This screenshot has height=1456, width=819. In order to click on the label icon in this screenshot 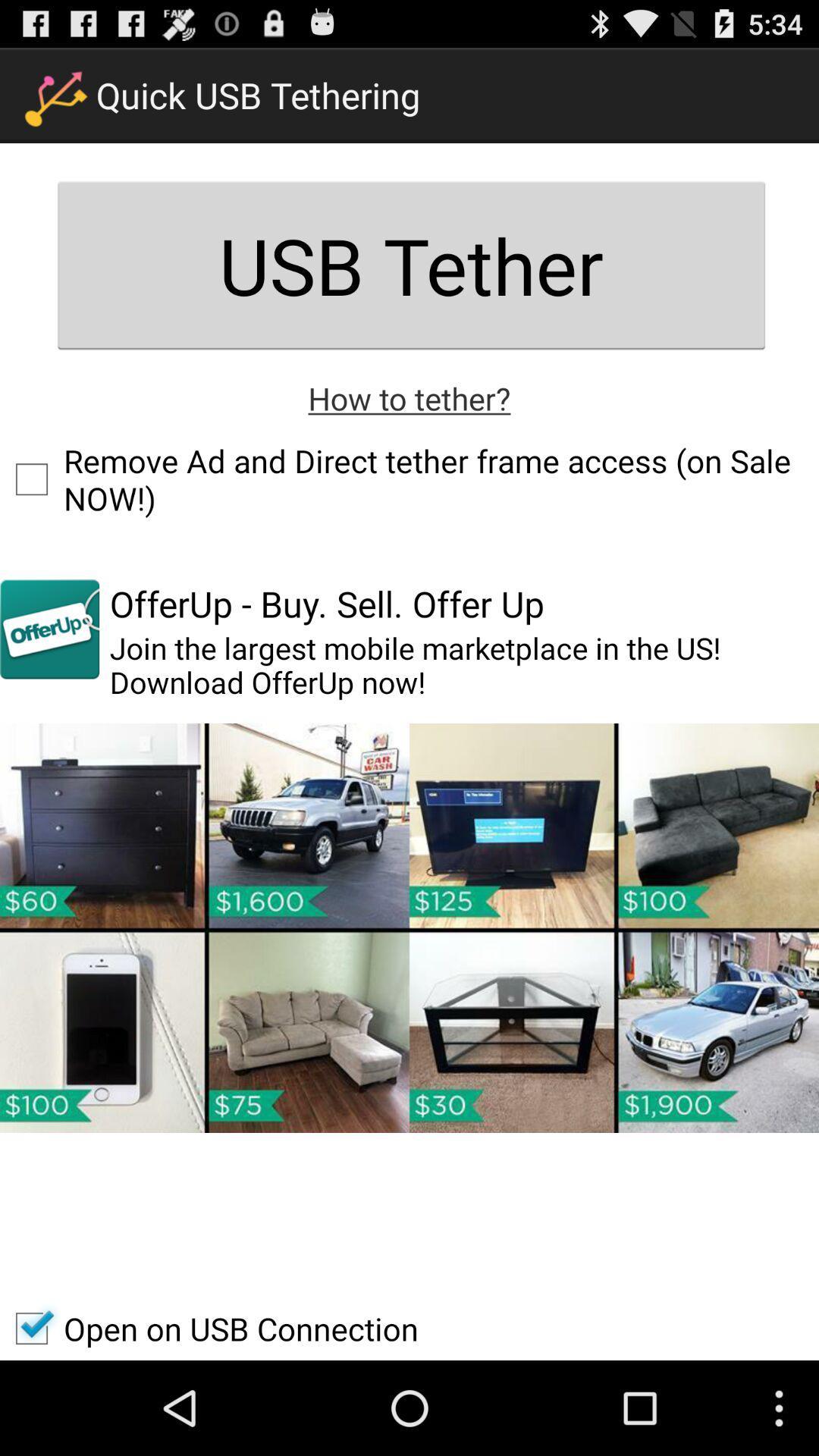, I will do `click(49, 673)`.